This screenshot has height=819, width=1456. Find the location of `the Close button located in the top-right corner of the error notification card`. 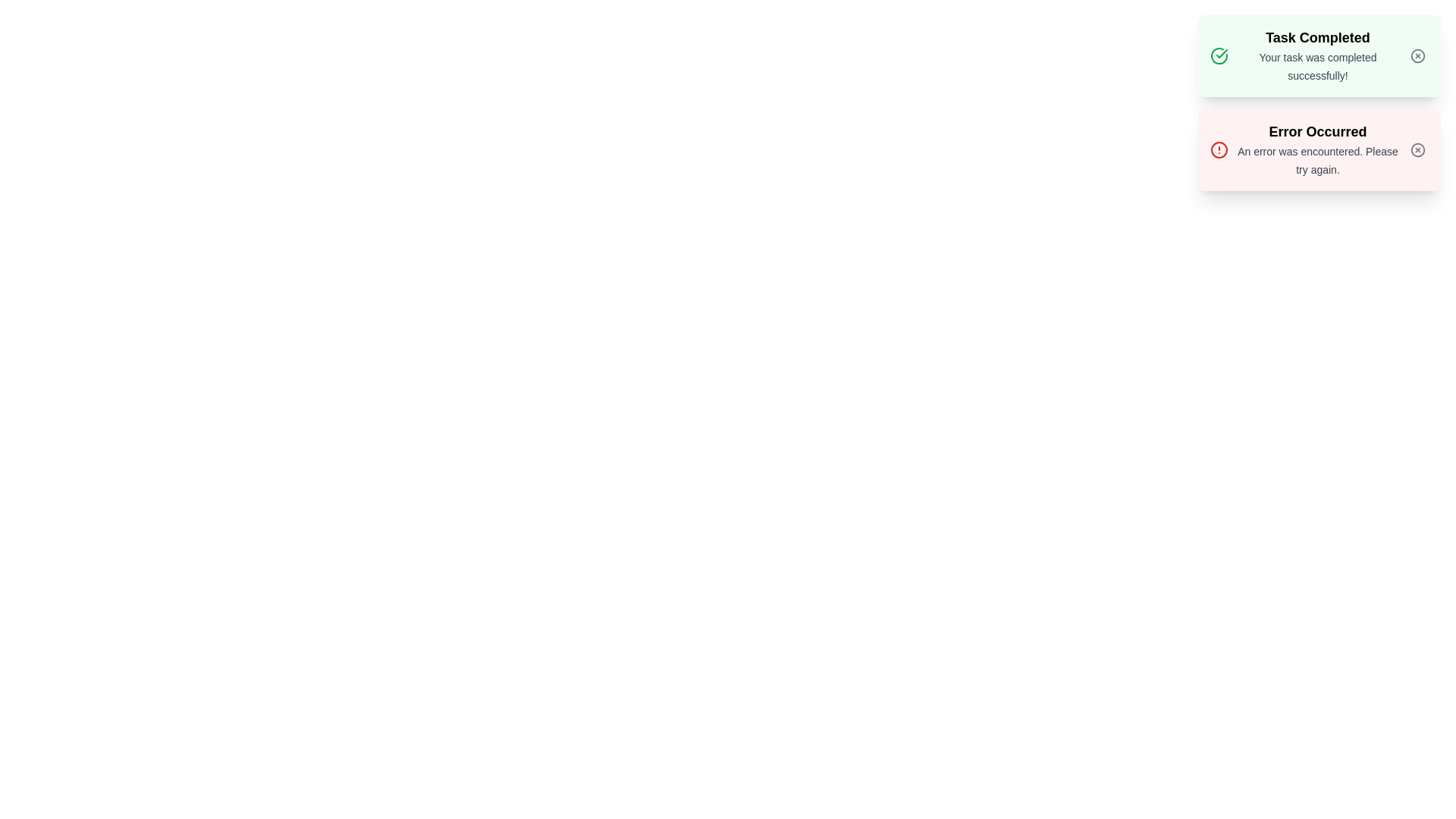

the Close button located in the top-right corner of the error notification card is located at coordinates (1417, 149).